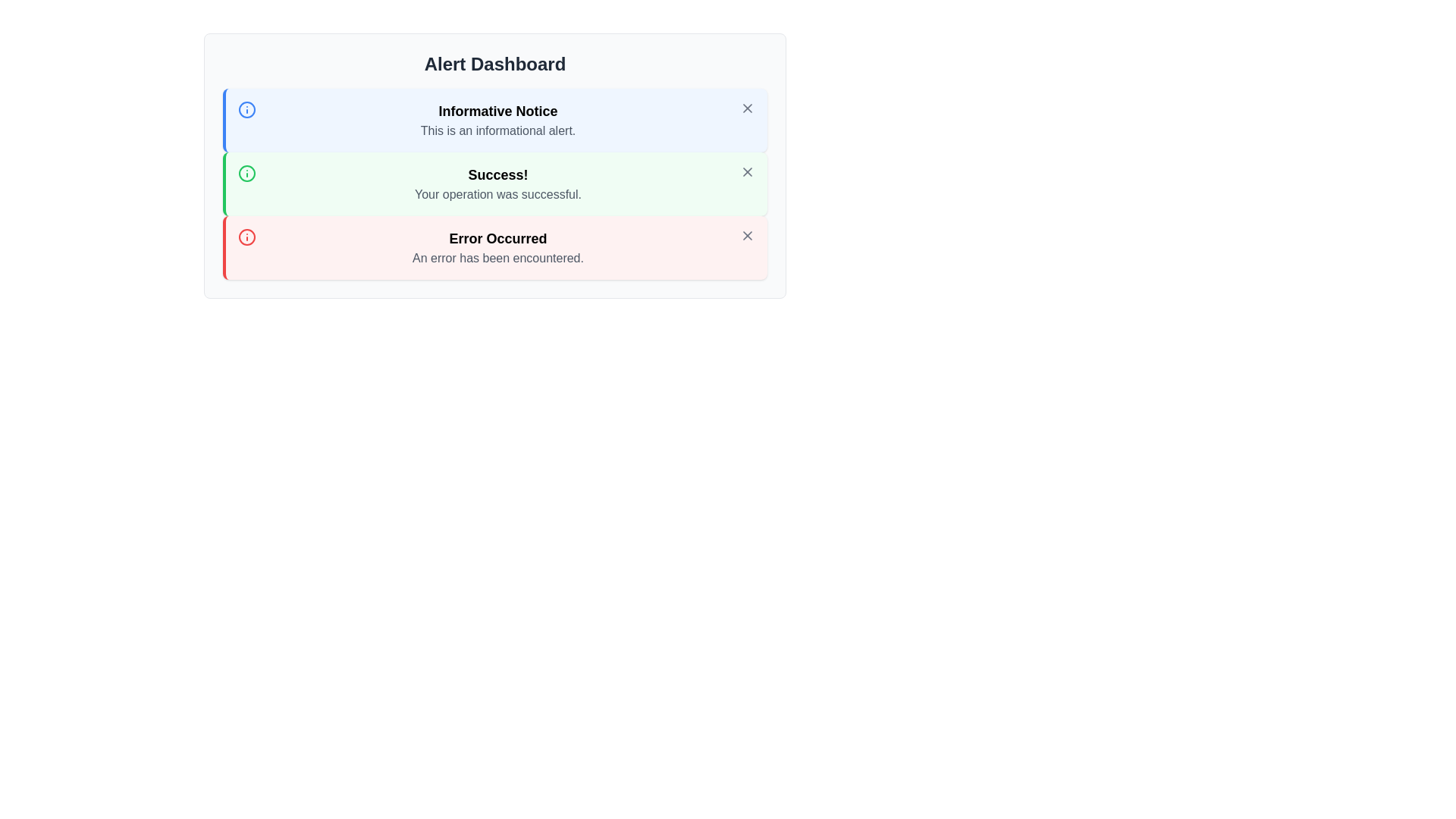 Image resolution: width=1456 pixels, height=819 pixels. I want to click on the center of the Close Button located in the top-right corner of the 'Error Occurred' alert box, so click(747, 236).